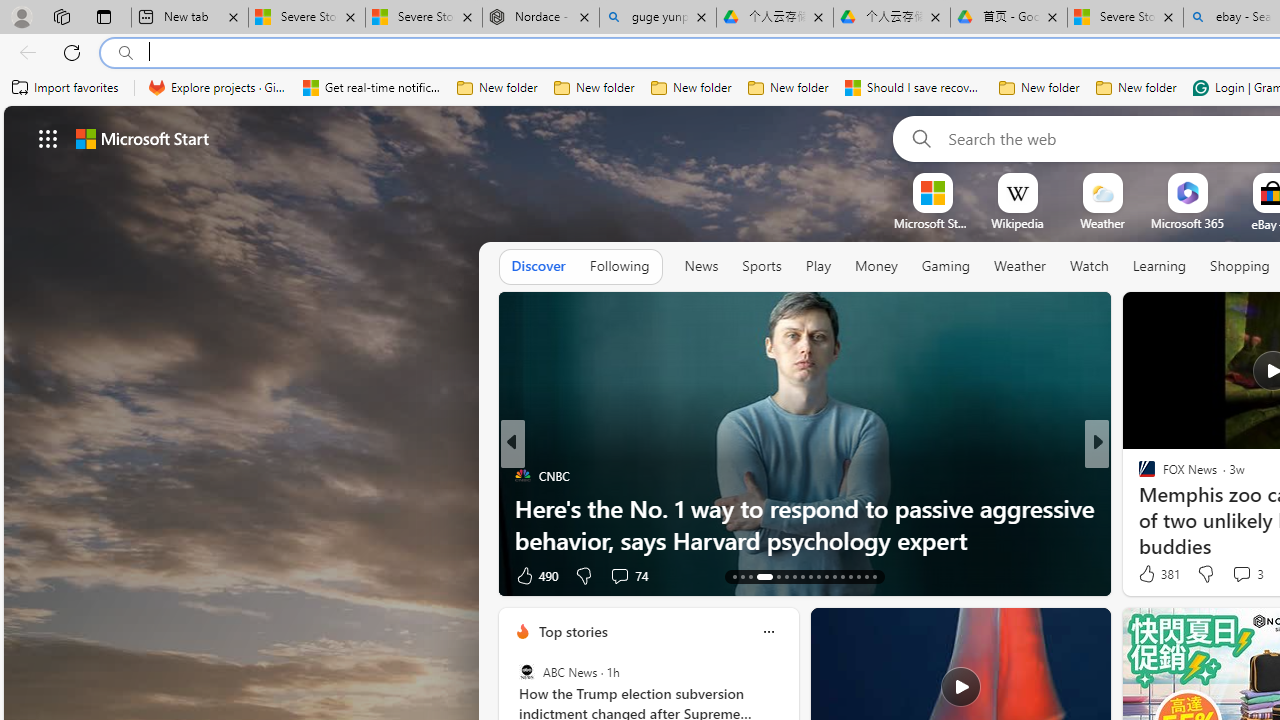 The height and width of the screenshot is (720, 1280). I want to click on 'AutomationID: tab-21', so click(810, 577).